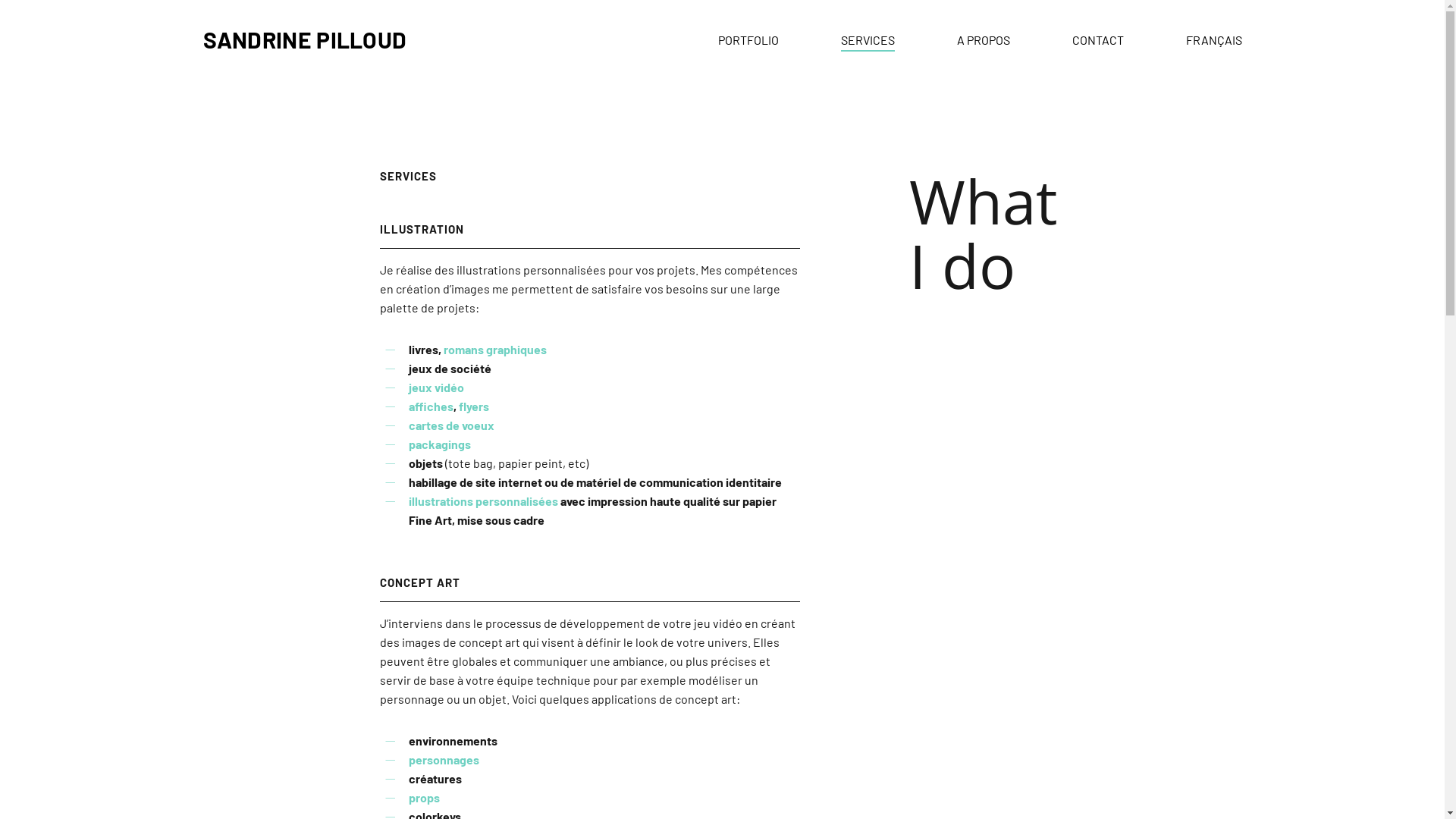 The height and width of the screenshot is (819, 1456). Describe the element at coordinates (494, 349) in the screenshot. I see `'romans graphiques'` at that location.